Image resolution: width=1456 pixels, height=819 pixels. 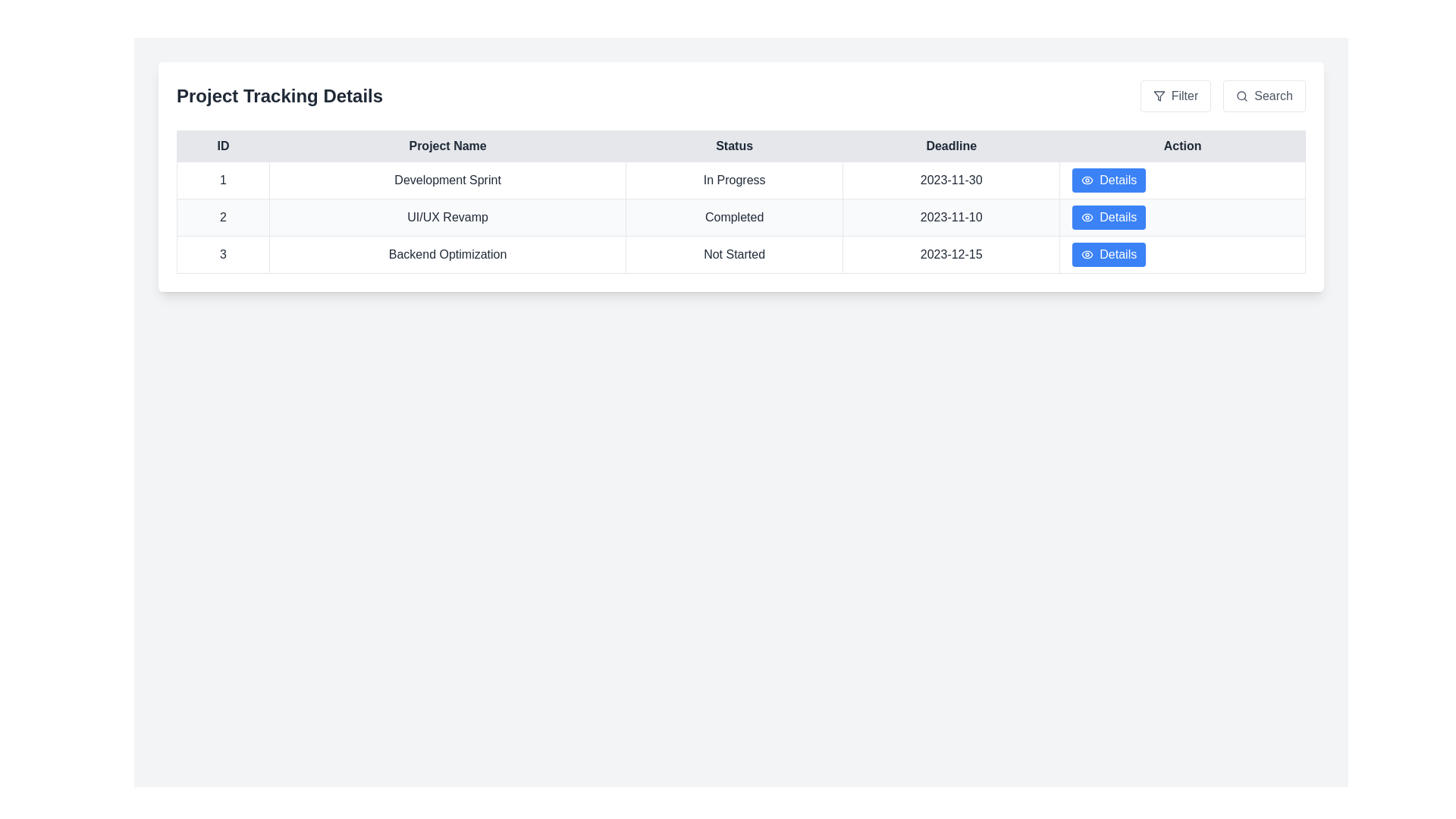 What do you see at coordinates (222, 180) in the screenshot?
I see `the text element that represents the ID of the first row in the table, located in the top-left corner of the table under the 'ID' column` at bounding box center [222, 180].